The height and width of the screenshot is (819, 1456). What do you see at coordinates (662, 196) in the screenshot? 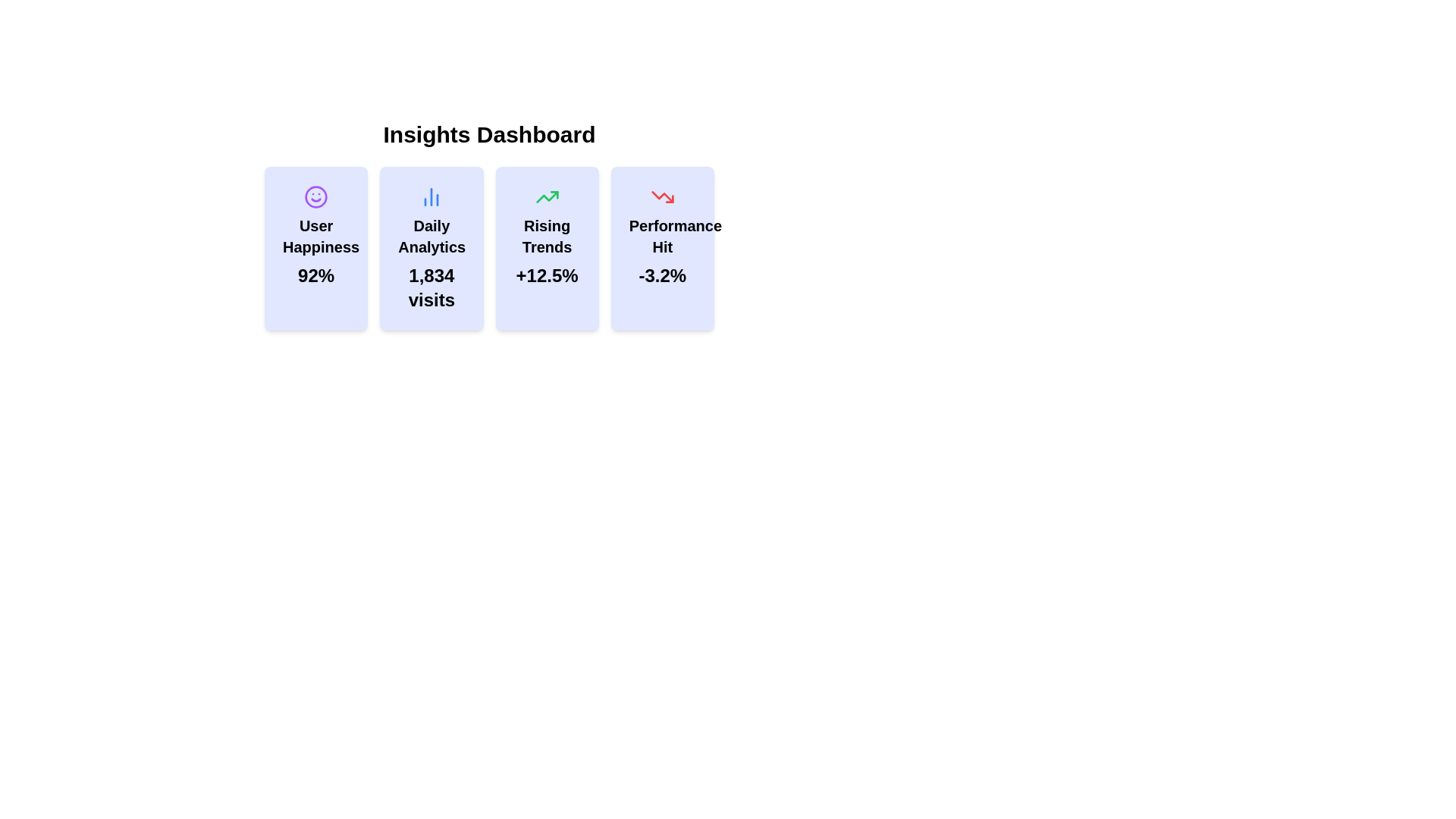
I see `the red downward trending arrow icon with a sharp zigzag design located in the 'Performance Hit' card within the 'Insights Dashboard'` at bounding box center [662, 196].